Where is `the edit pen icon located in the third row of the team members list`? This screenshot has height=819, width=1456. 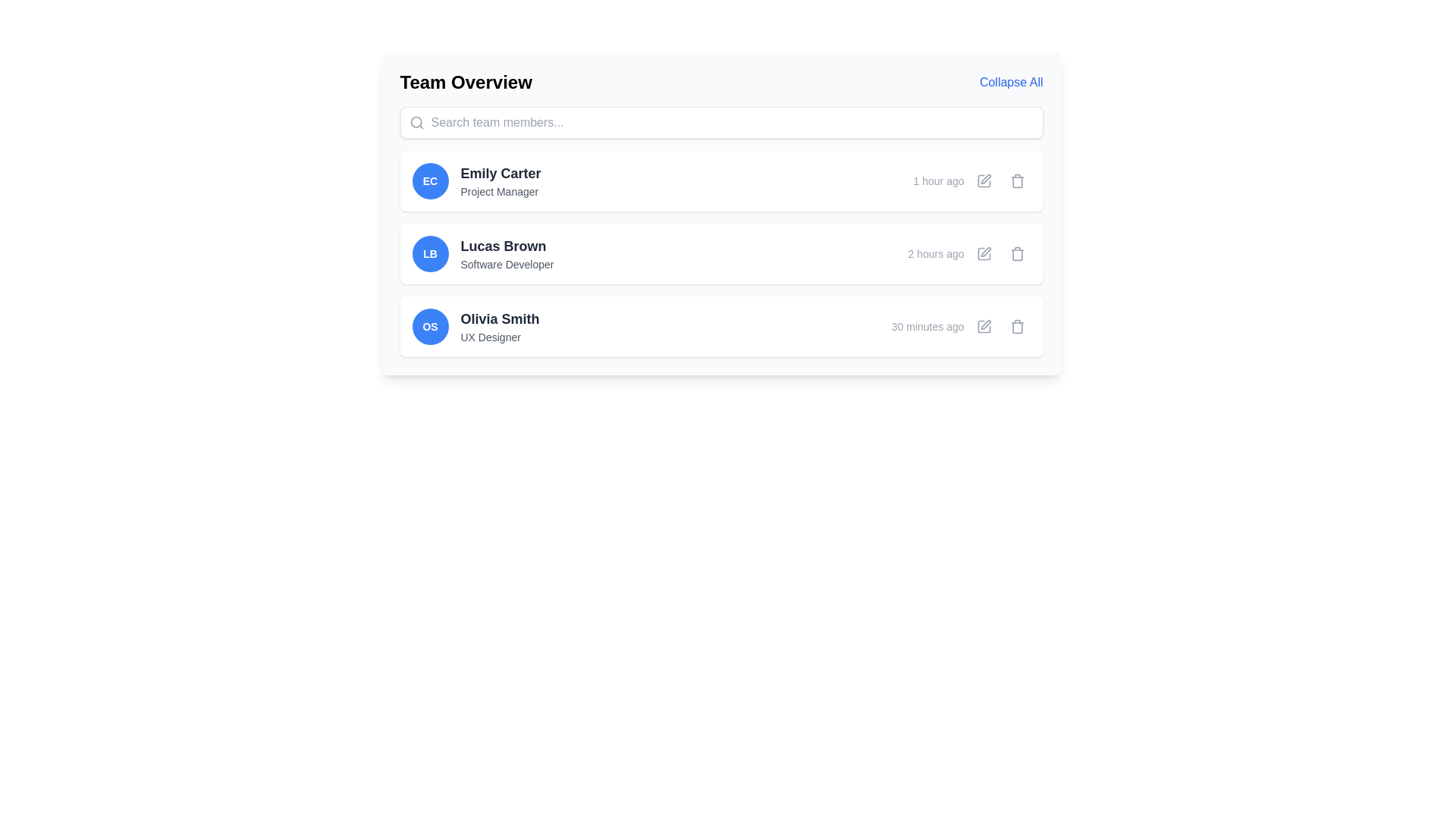 the edit pen icon located in the third row of the team members list is located at coordinates (985, 324).